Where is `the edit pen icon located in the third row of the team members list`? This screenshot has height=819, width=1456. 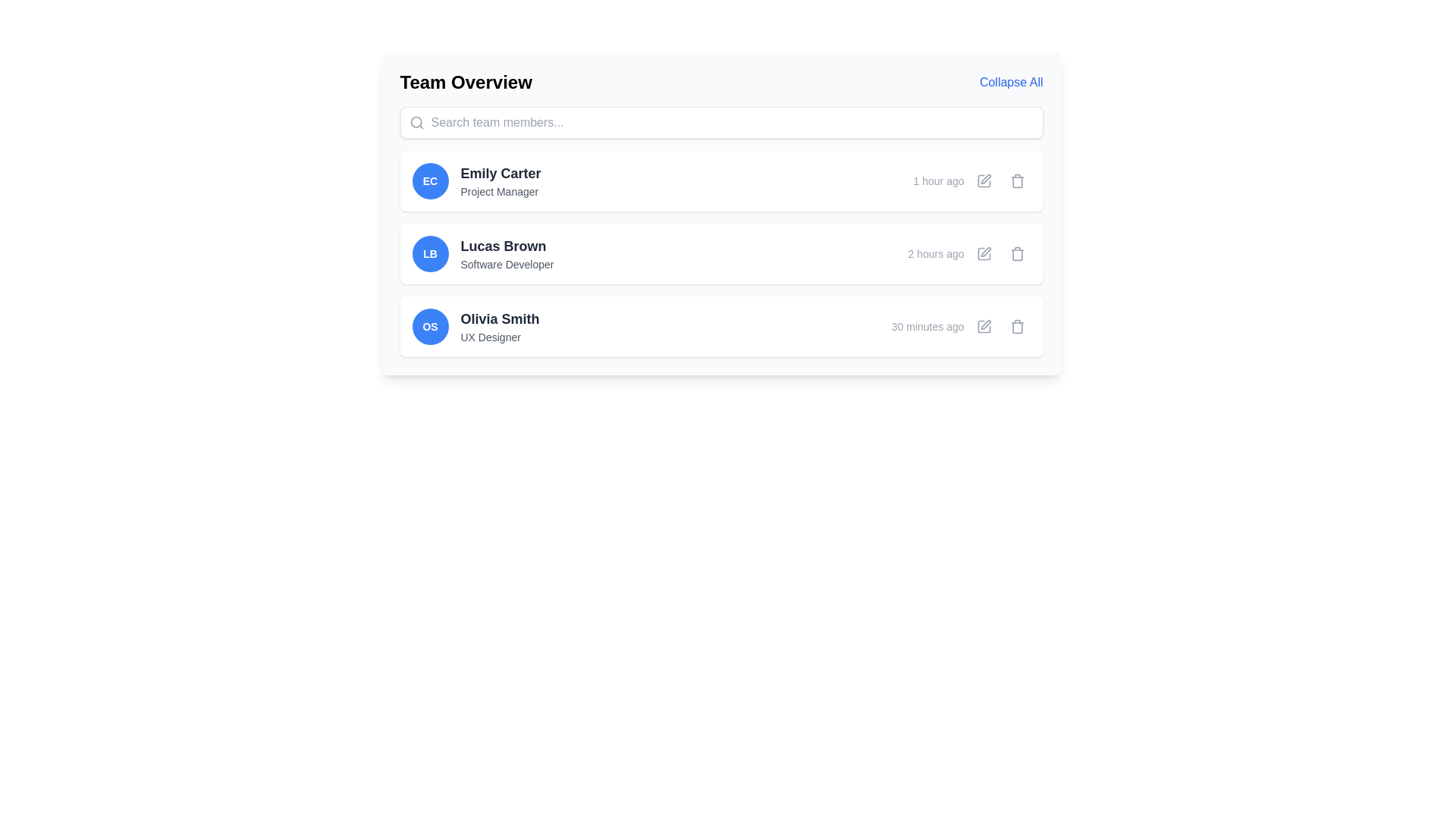 the edit pen icon located in the third row of the team members list is located at coordinates (985, 324).